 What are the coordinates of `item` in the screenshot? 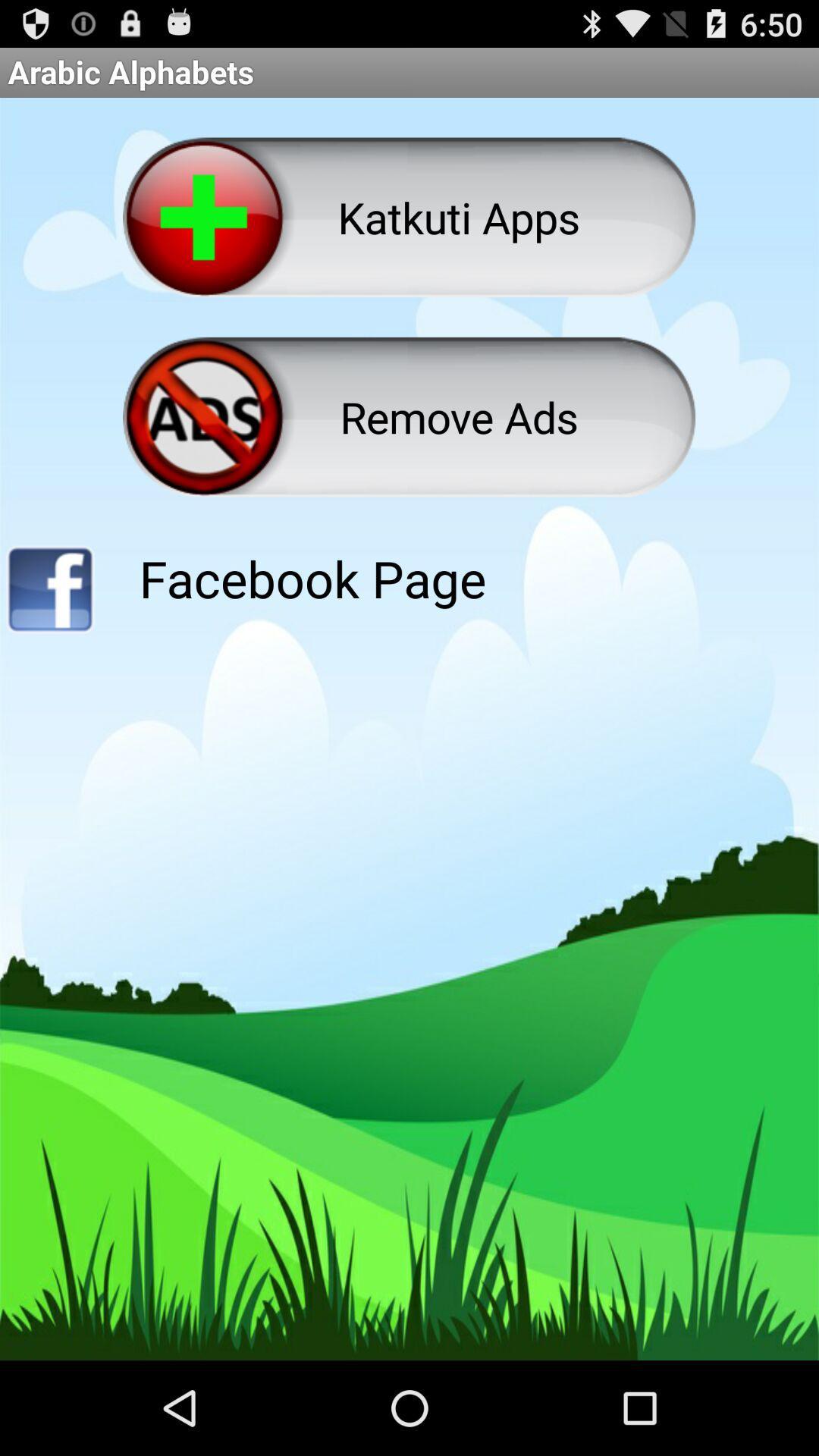 It's located at (49, 594).